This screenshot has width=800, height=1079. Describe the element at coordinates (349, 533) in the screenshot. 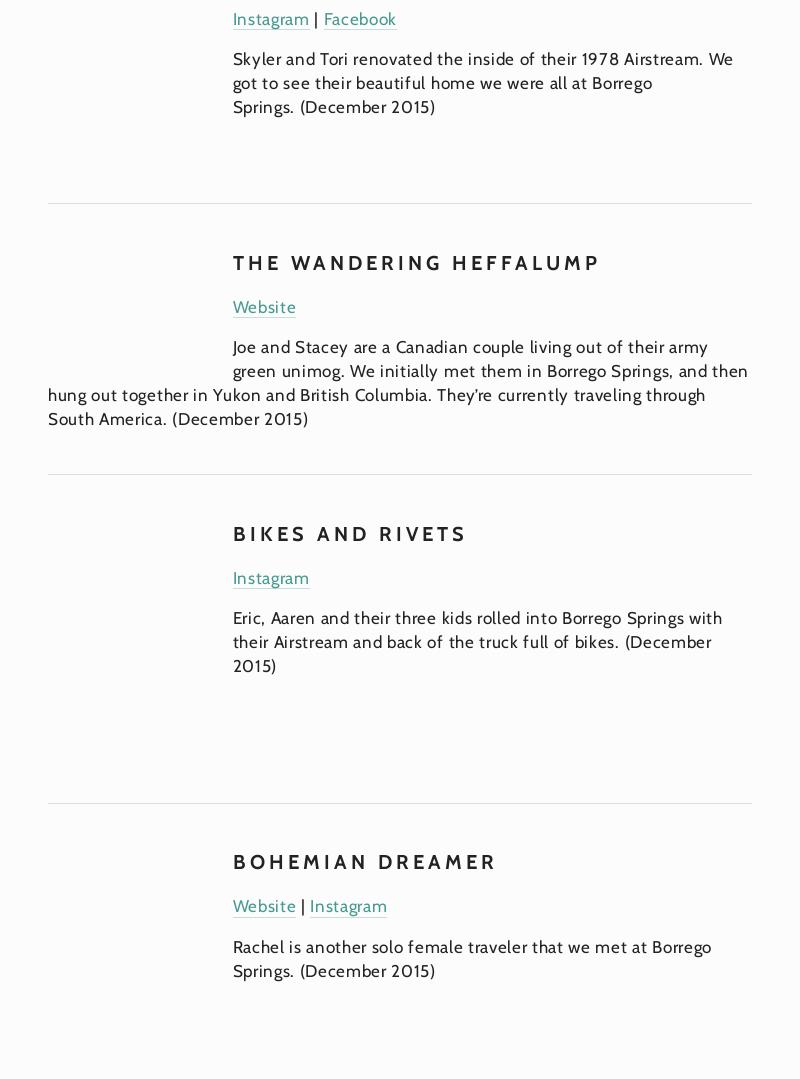

I see `'Bikes and Rivets'` at that location.